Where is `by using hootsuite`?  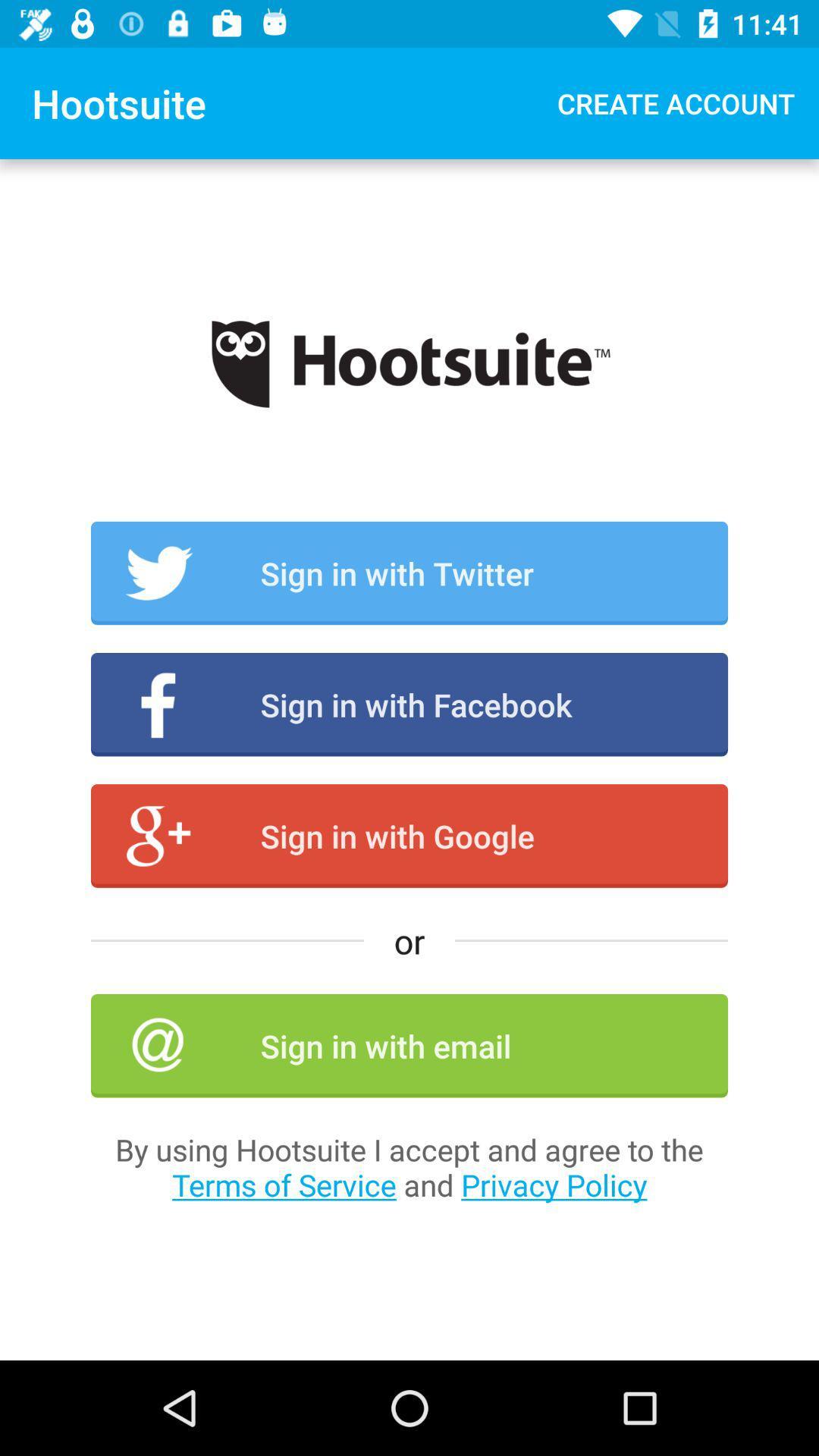 by using hootsuite is located at coordinates (409, 1166).